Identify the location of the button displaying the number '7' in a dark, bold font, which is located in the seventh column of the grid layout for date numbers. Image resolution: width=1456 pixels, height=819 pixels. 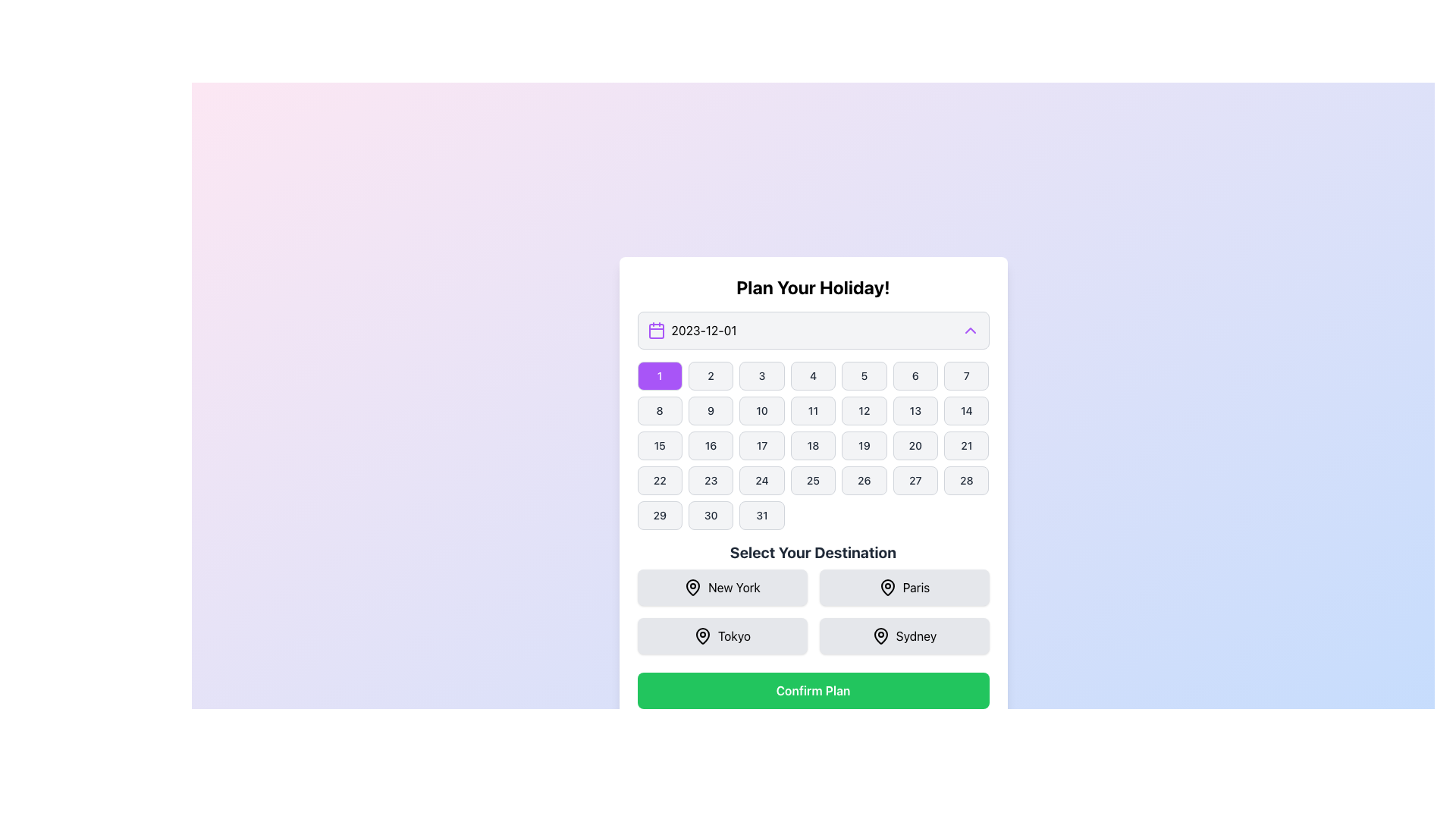
(965, 375).